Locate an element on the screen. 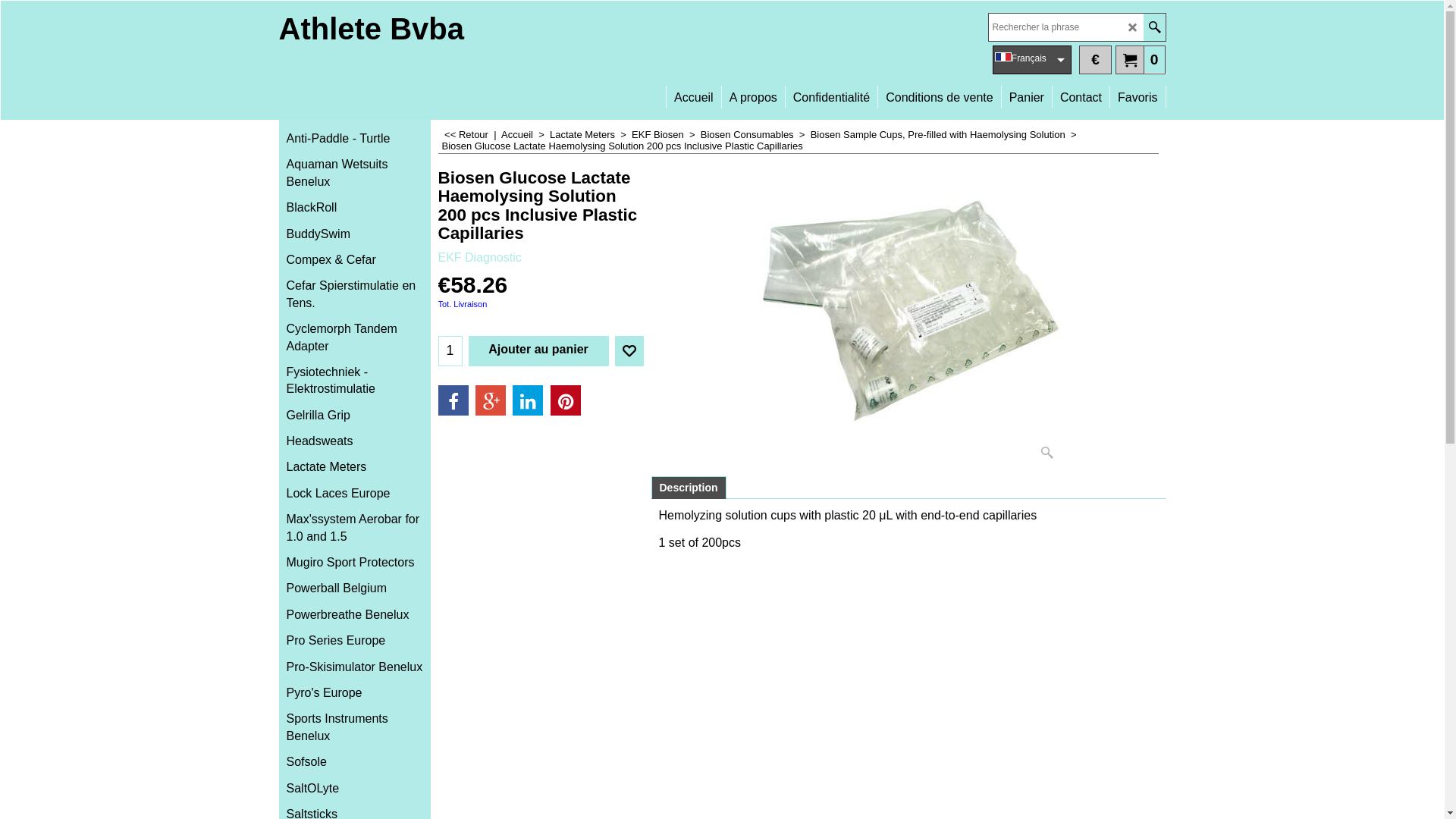 The width and height of the screenshot is (1456, 819). 'Cefar Spierstimulatie en Tens.' is located at coordinates (354, 294).